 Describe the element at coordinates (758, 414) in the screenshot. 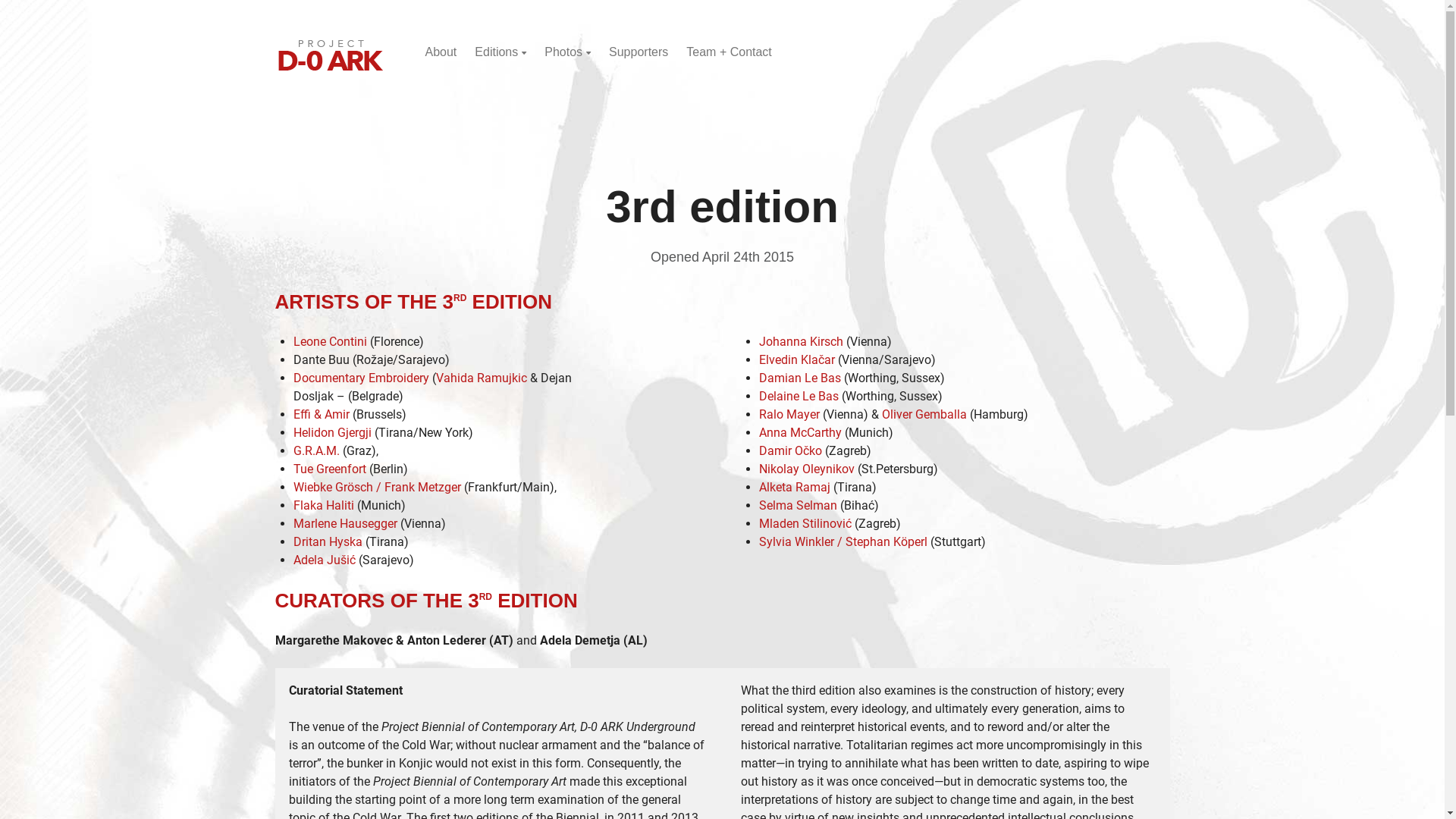

I see `'Ralo Mayer'` at that location.